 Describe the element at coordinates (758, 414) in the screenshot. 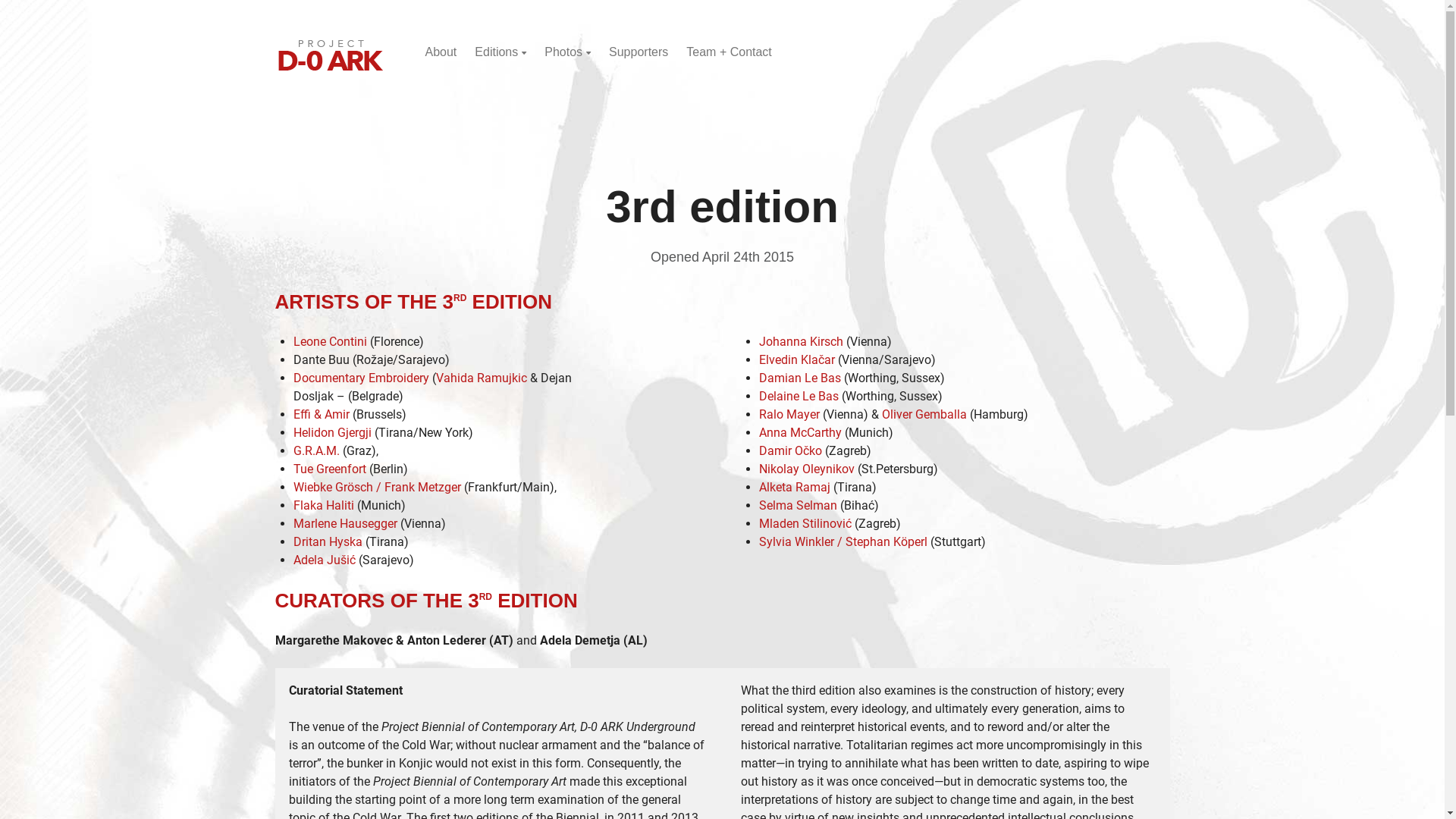

I see `'Ralo Mayer'` at that location.